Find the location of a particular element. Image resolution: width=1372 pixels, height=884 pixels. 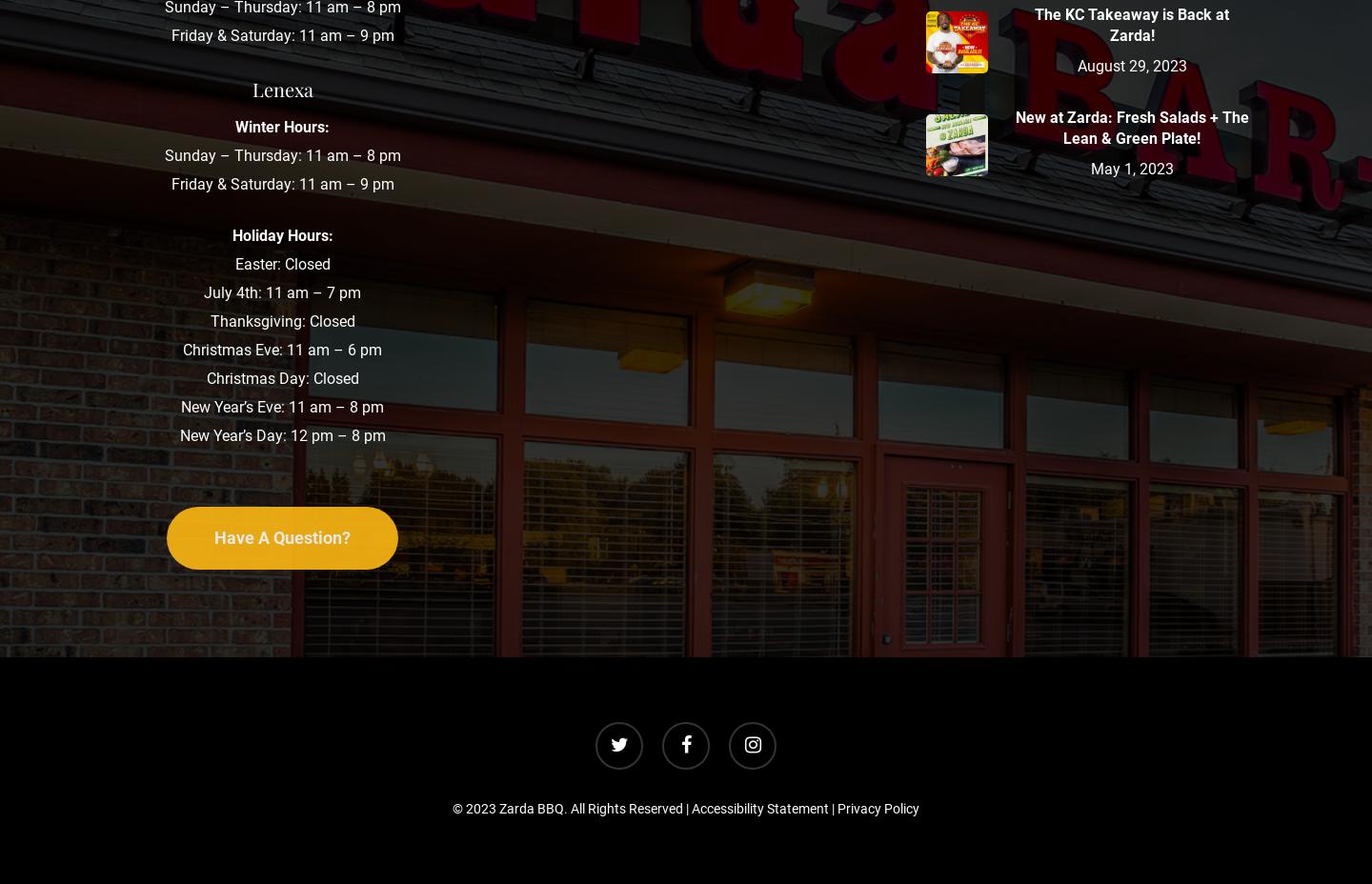

'Christmas Day: Closed' is located at coordinates (281, 377).